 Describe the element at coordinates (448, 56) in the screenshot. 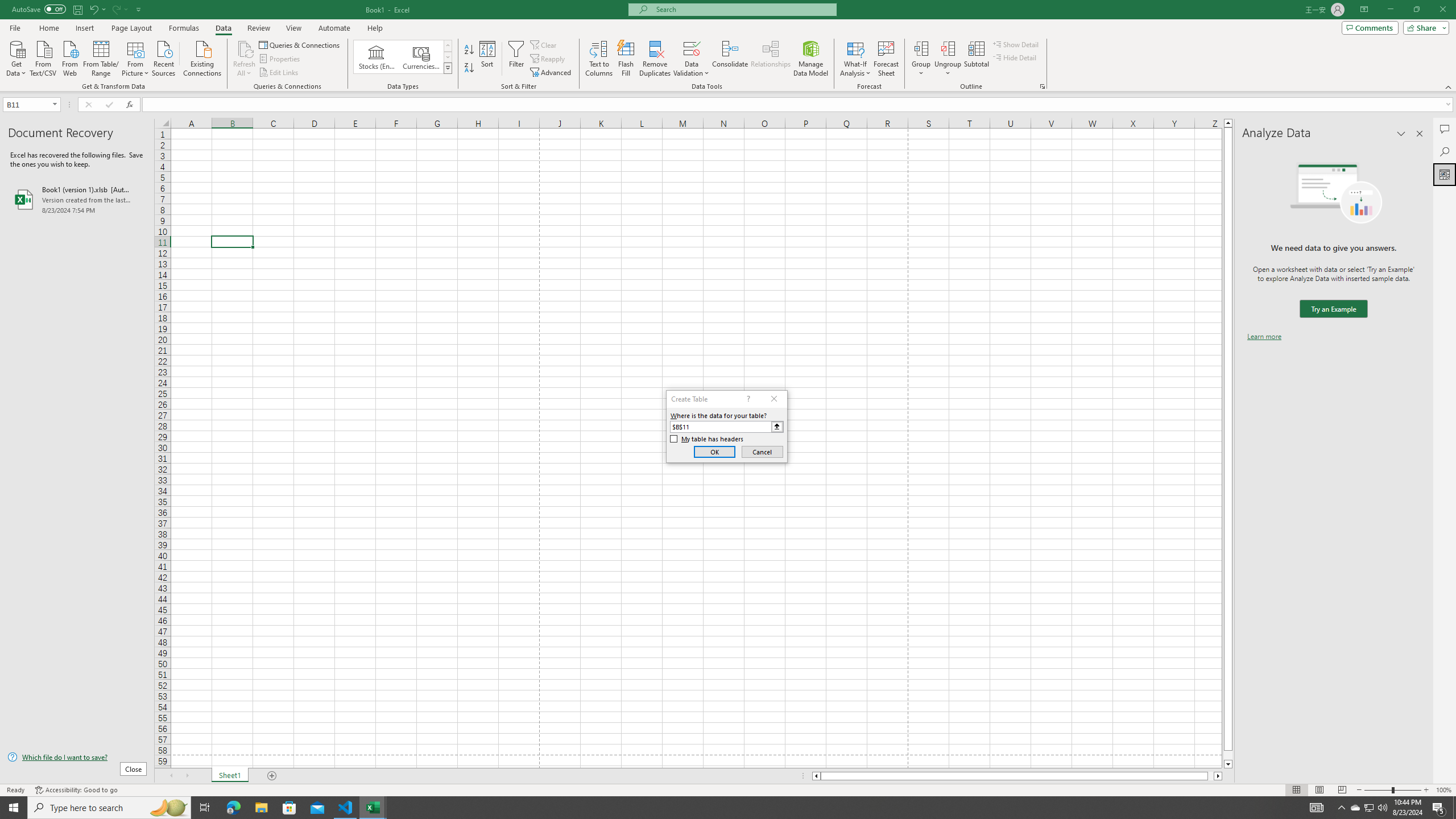

I see `'Row Down'` at that location.